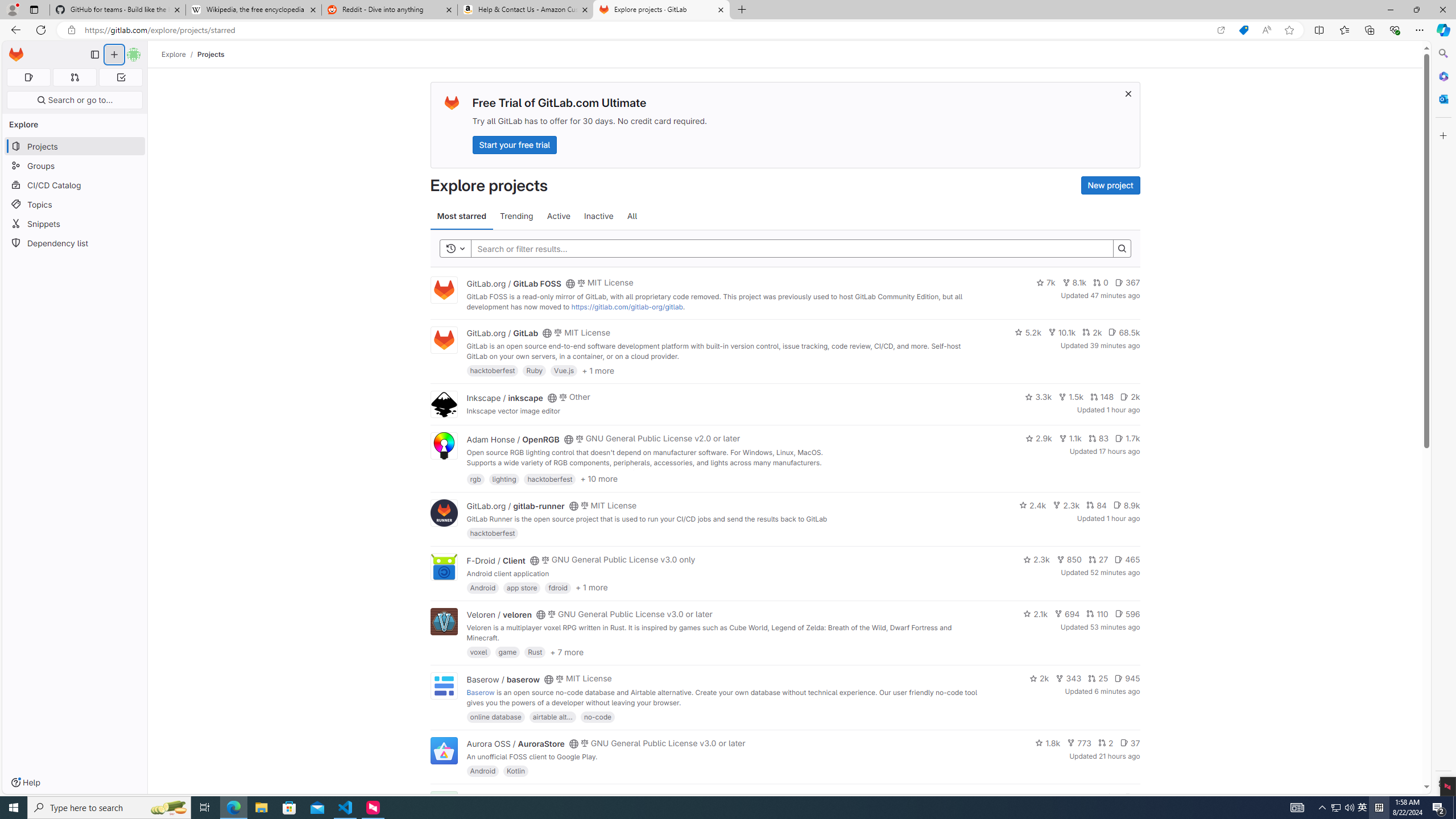 The width and height of the screenshot is (1456, 819). What do you see at coordinates (210, 54) in the screenshot?
I see `'Projects'` at bounding box center [210, 54].